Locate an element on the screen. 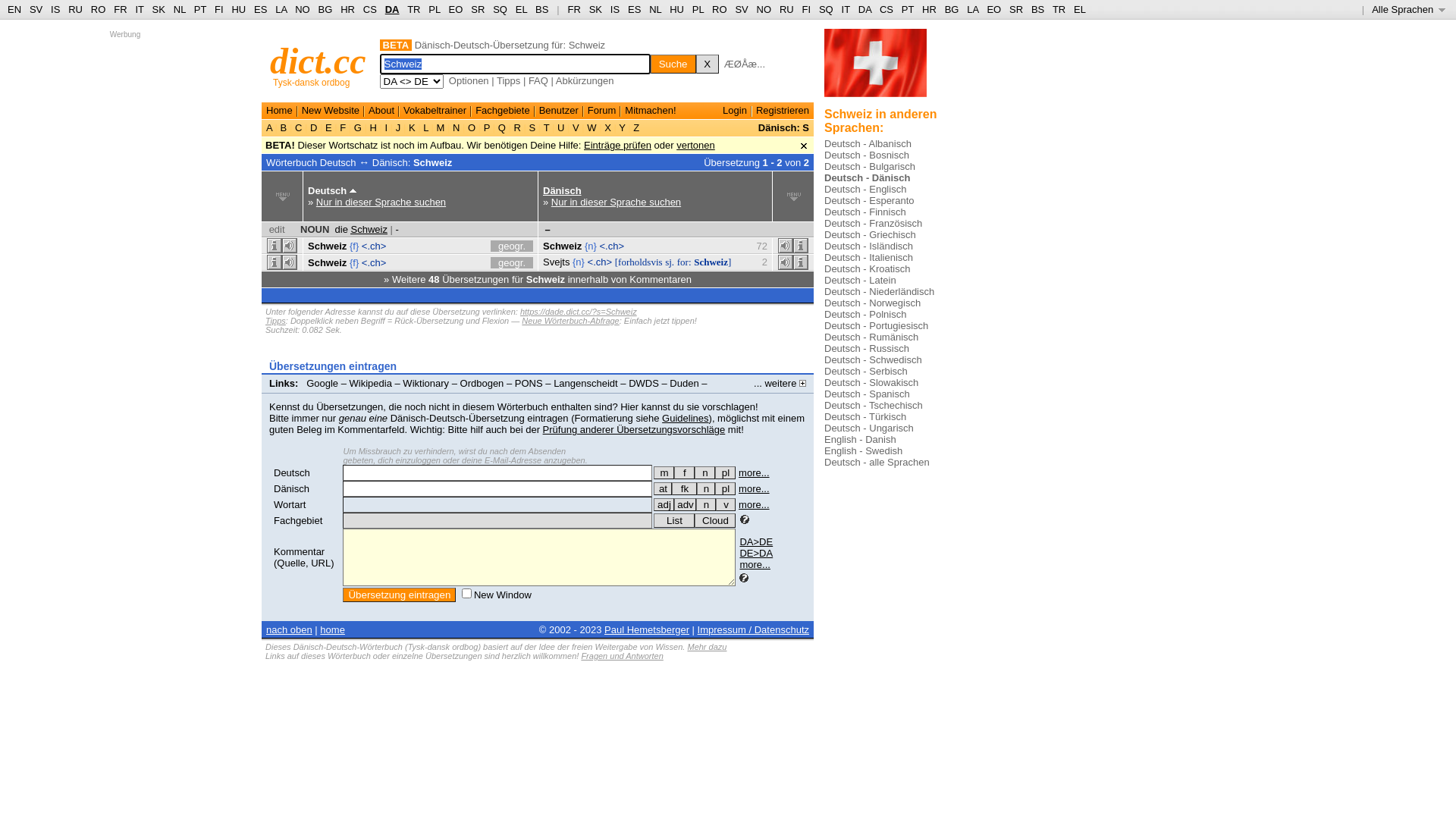 Image resolution: width=1456 pixels, height=819 pixels. 'List' is located at coordinates (673, 519).